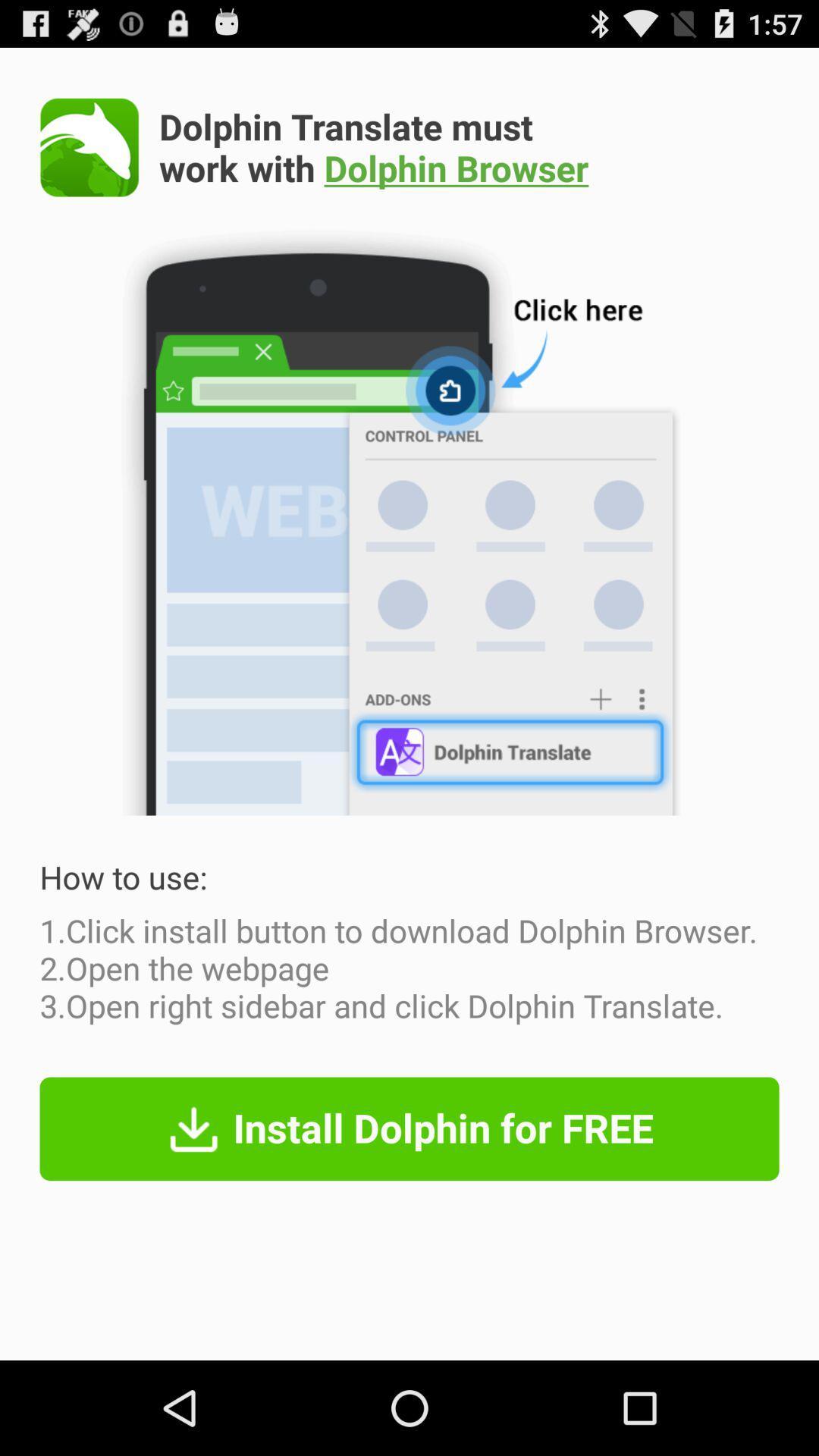  What do you see at coordinates (89, 147) in the screenshot?
I see `browser` at bounding box center [89, 147].